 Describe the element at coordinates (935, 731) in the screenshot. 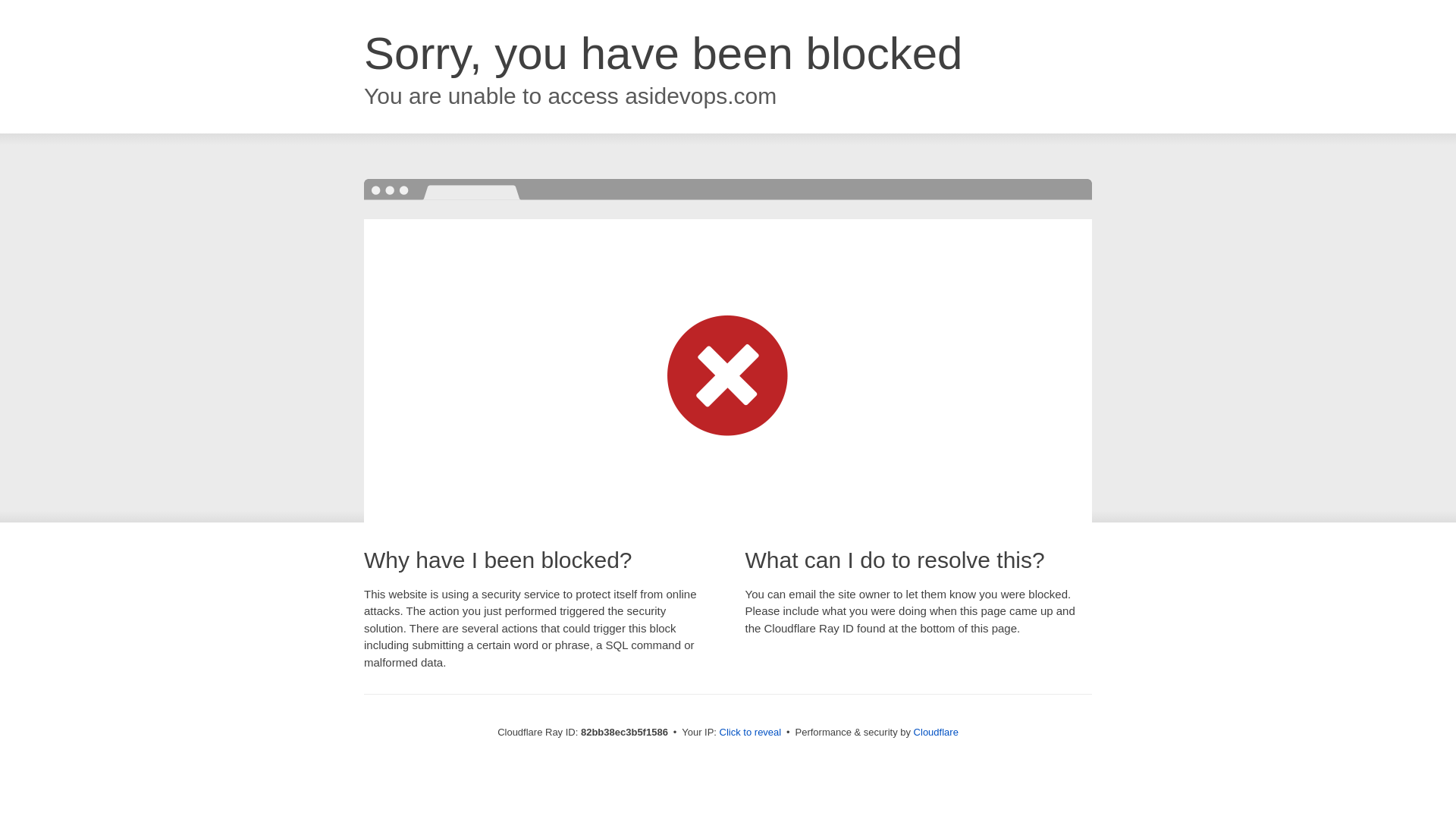

I see `'Cloudflare'` at that location.